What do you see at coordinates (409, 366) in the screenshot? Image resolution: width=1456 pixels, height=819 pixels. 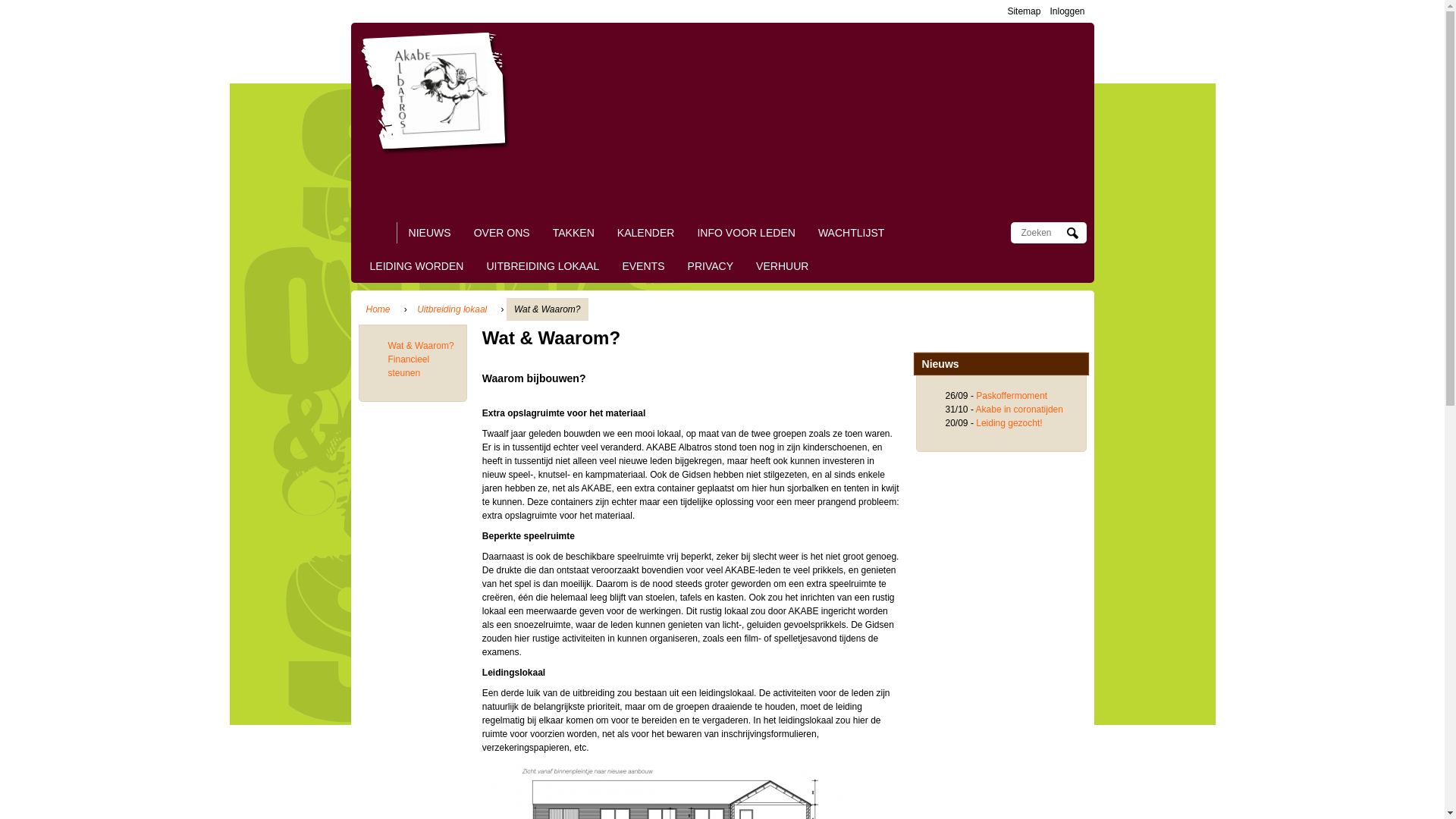 I see `'Financieel steunen'` at bounding box center [409, 366].